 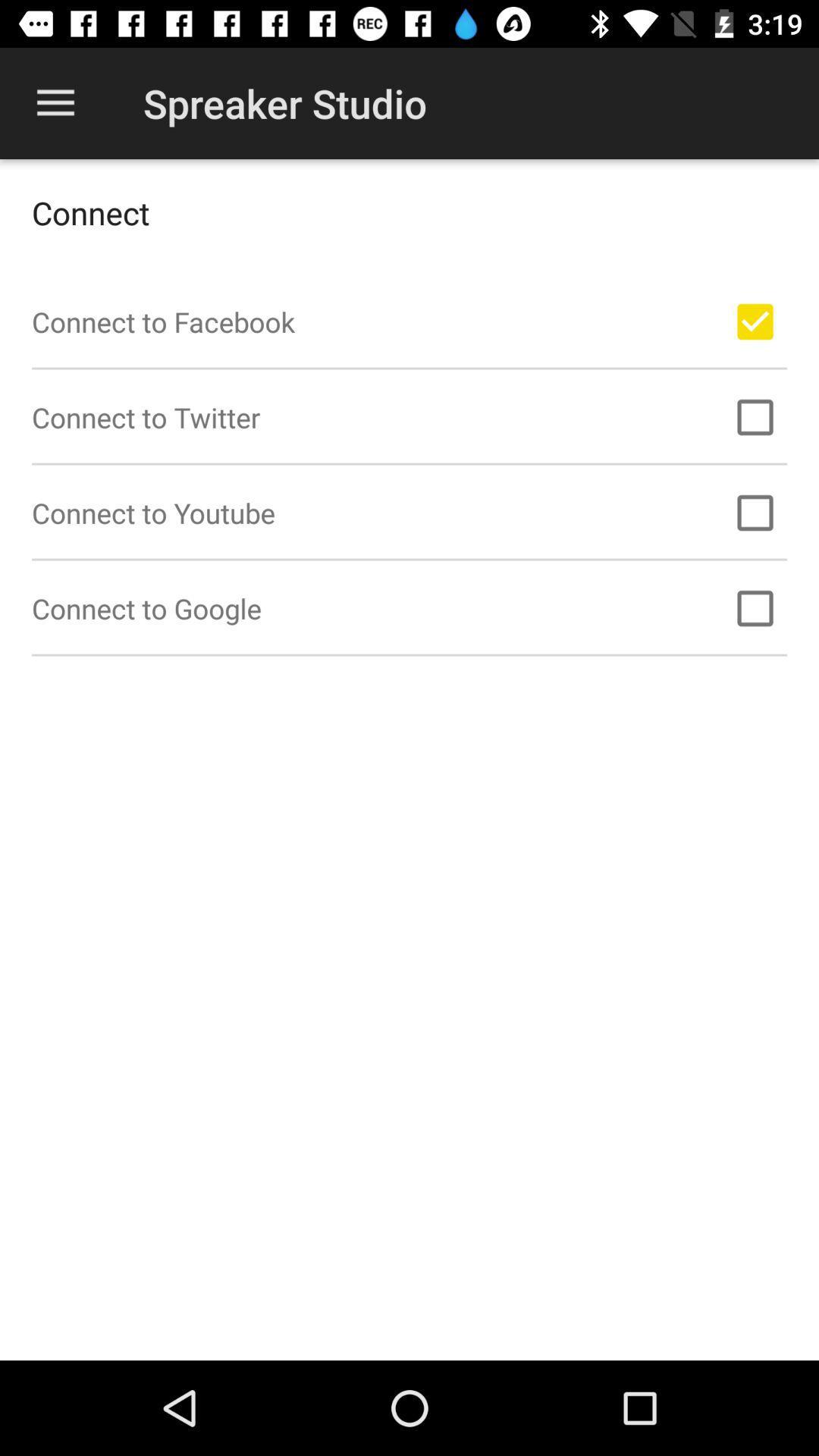 I want to click on connect to youtube, so click(x=755, y=513).